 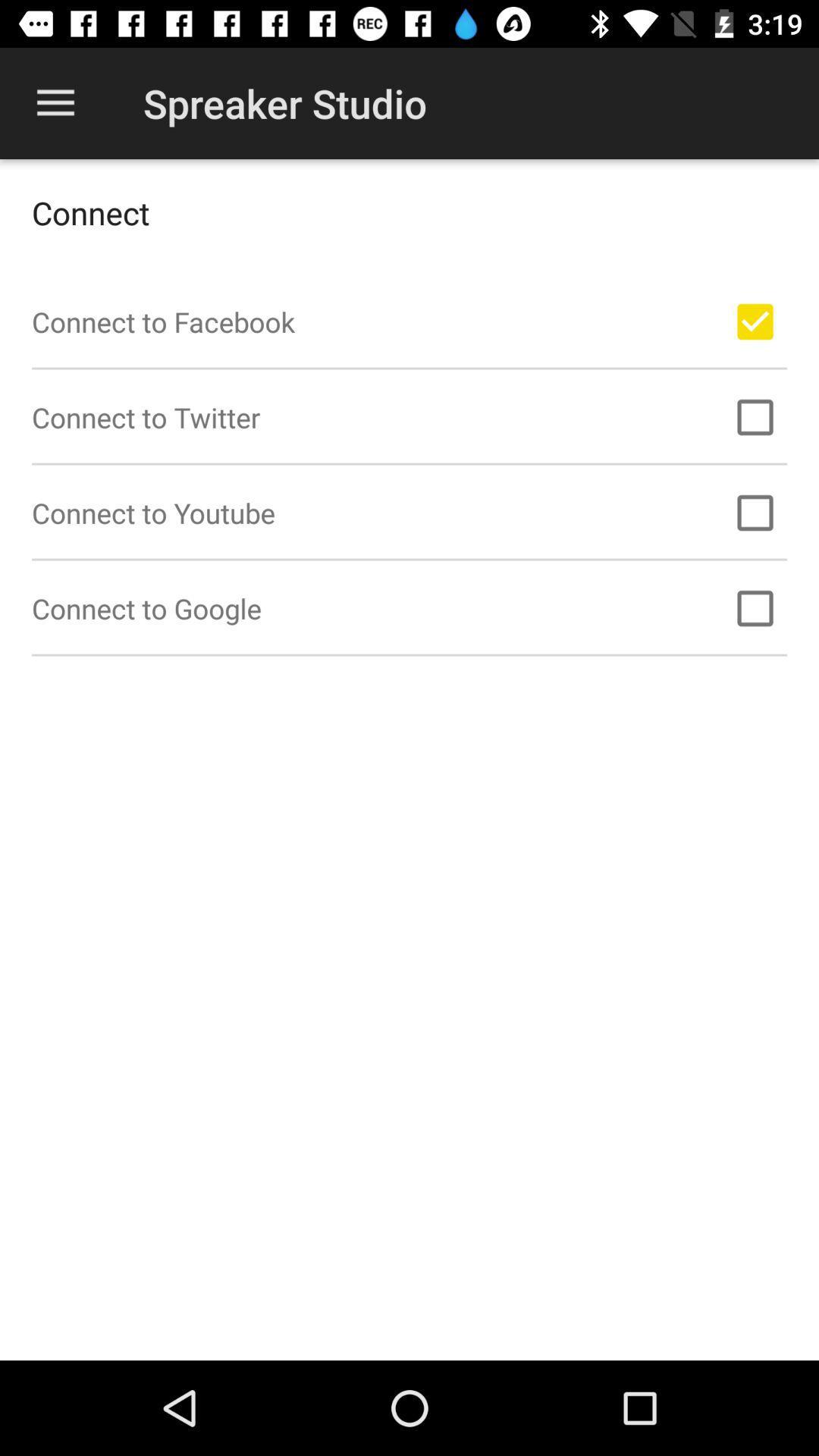 I want to click on connect to youtube, so click(x=755, y=513).